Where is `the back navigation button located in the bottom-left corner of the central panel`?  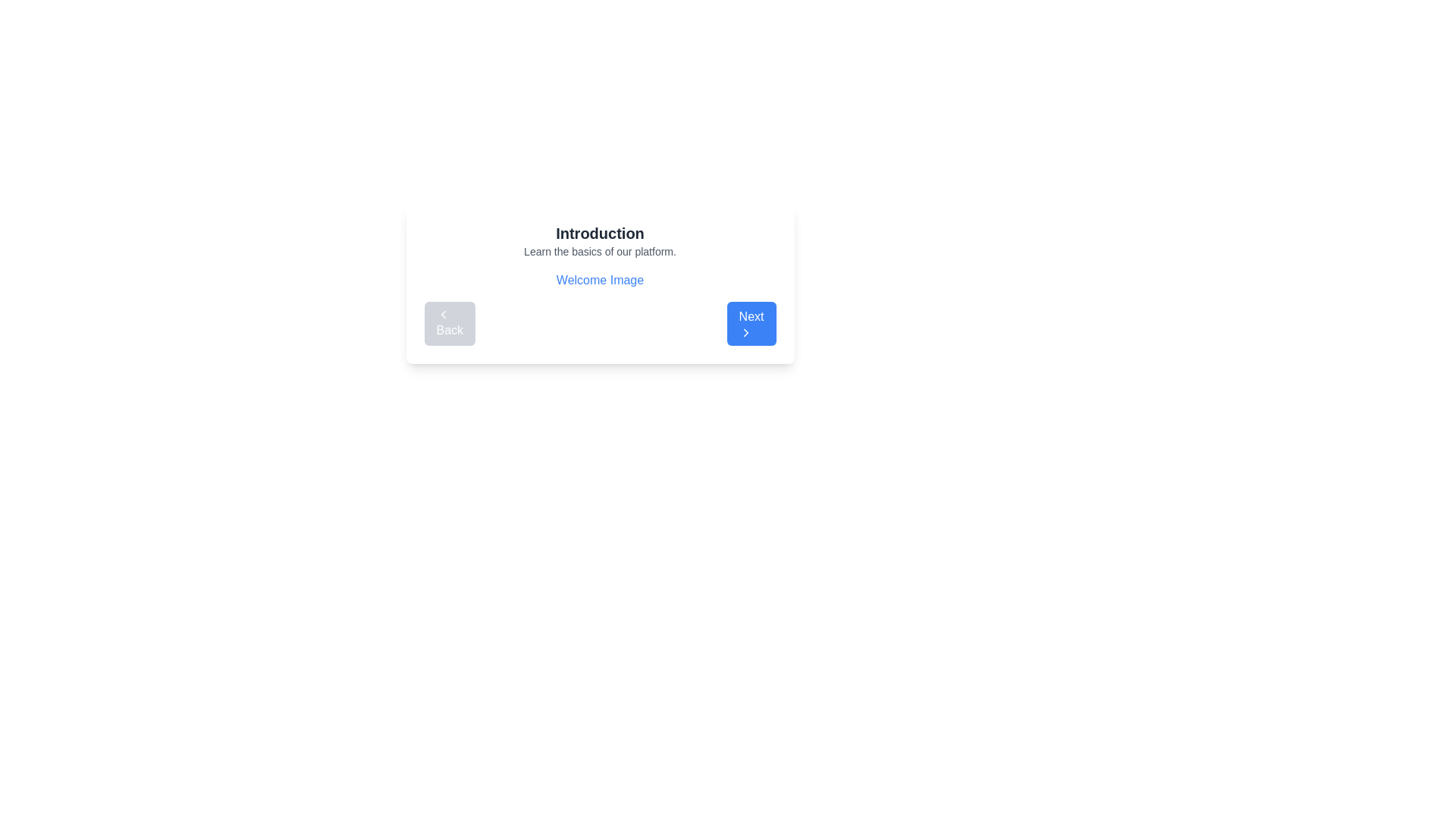 the back navigation button located in the bottom-left corner of the central panel is located at coordinates (449, 323).